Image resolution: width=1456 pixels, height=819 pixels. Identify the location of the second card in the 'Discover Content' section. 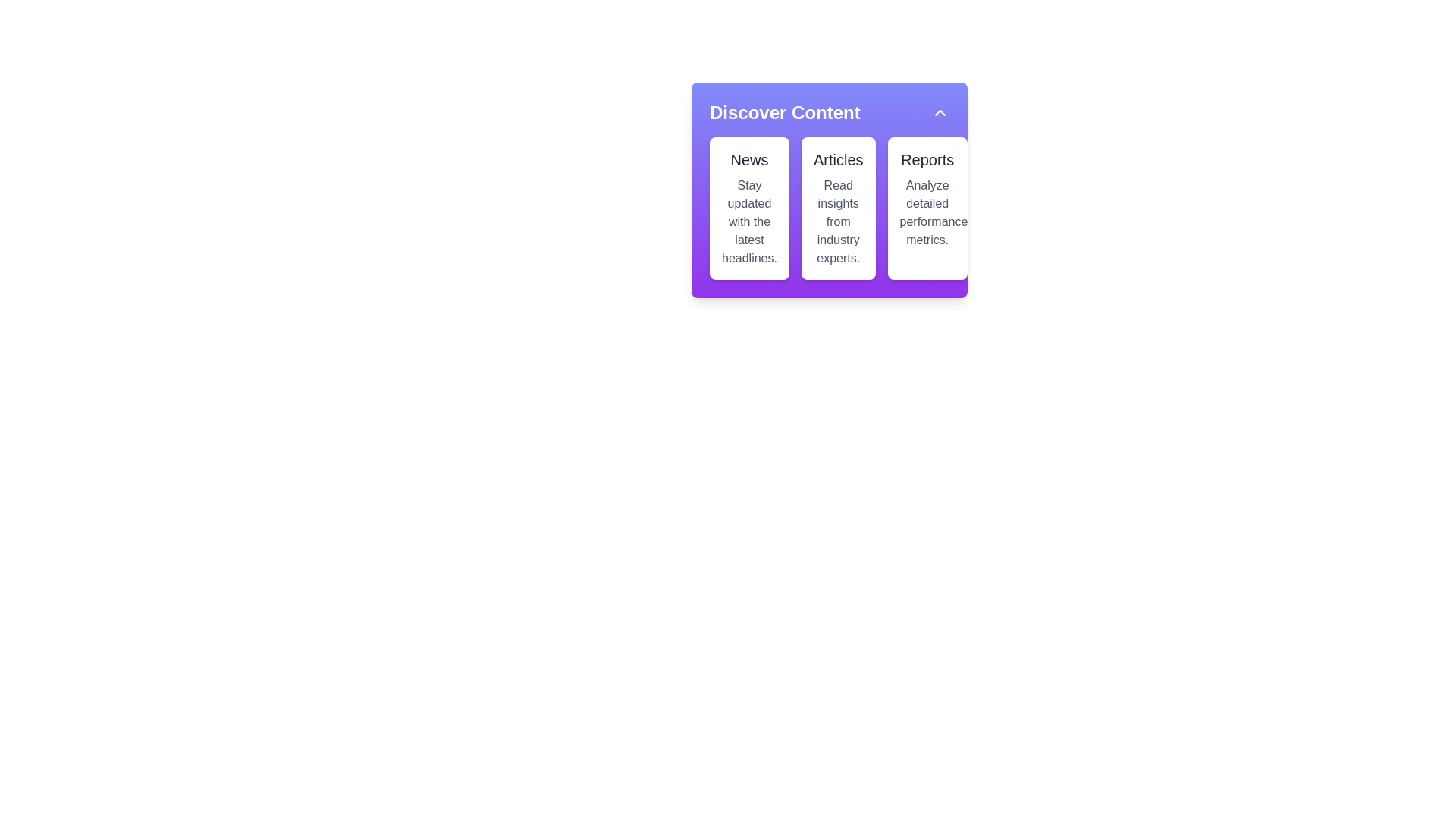
(837, 208).